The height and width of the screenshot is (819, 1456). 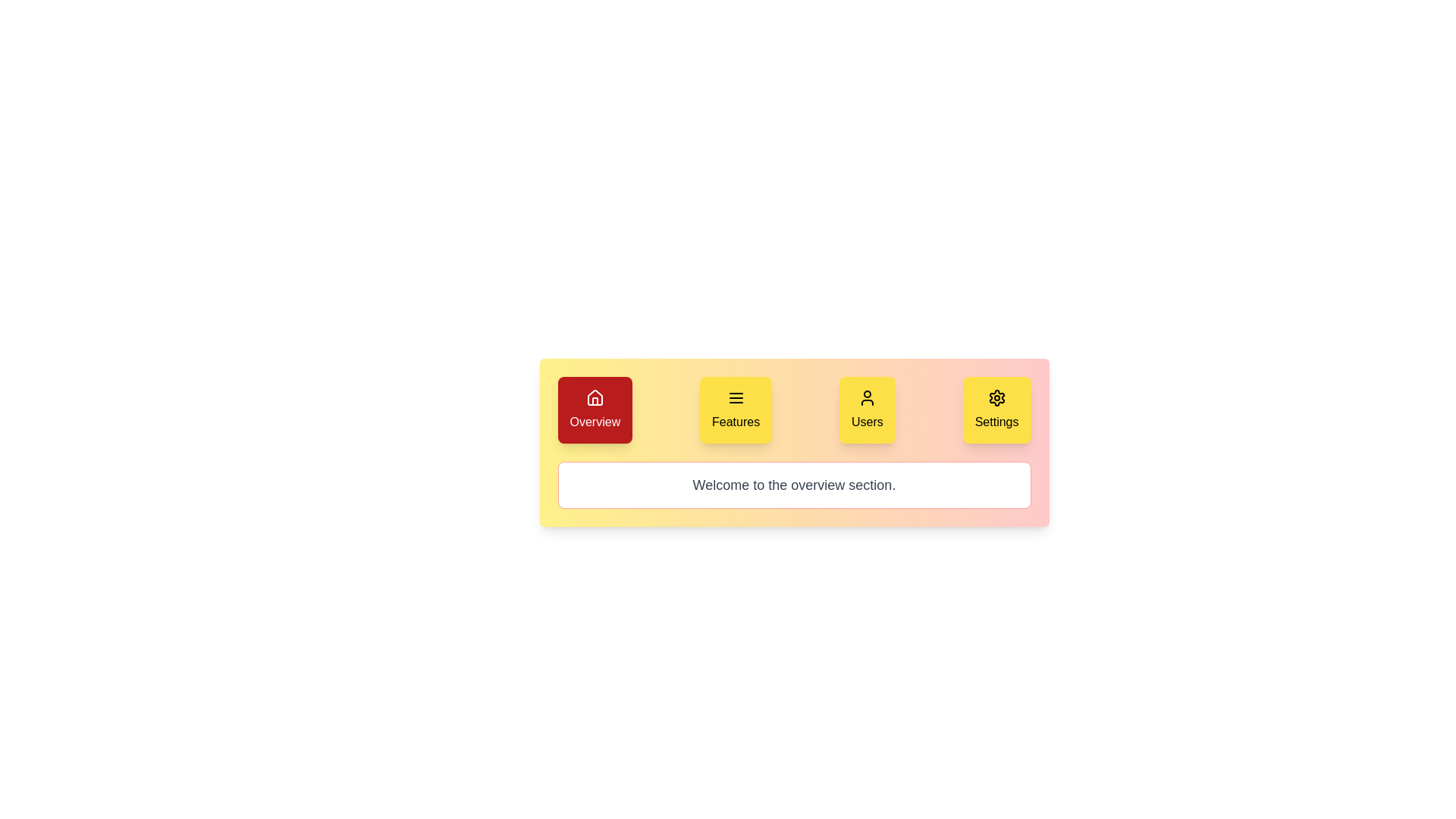 What do you see at coordinates (867, 409) in the screenshot?
I see `the Users tab to switch to it` at bounding box center [867, 409].